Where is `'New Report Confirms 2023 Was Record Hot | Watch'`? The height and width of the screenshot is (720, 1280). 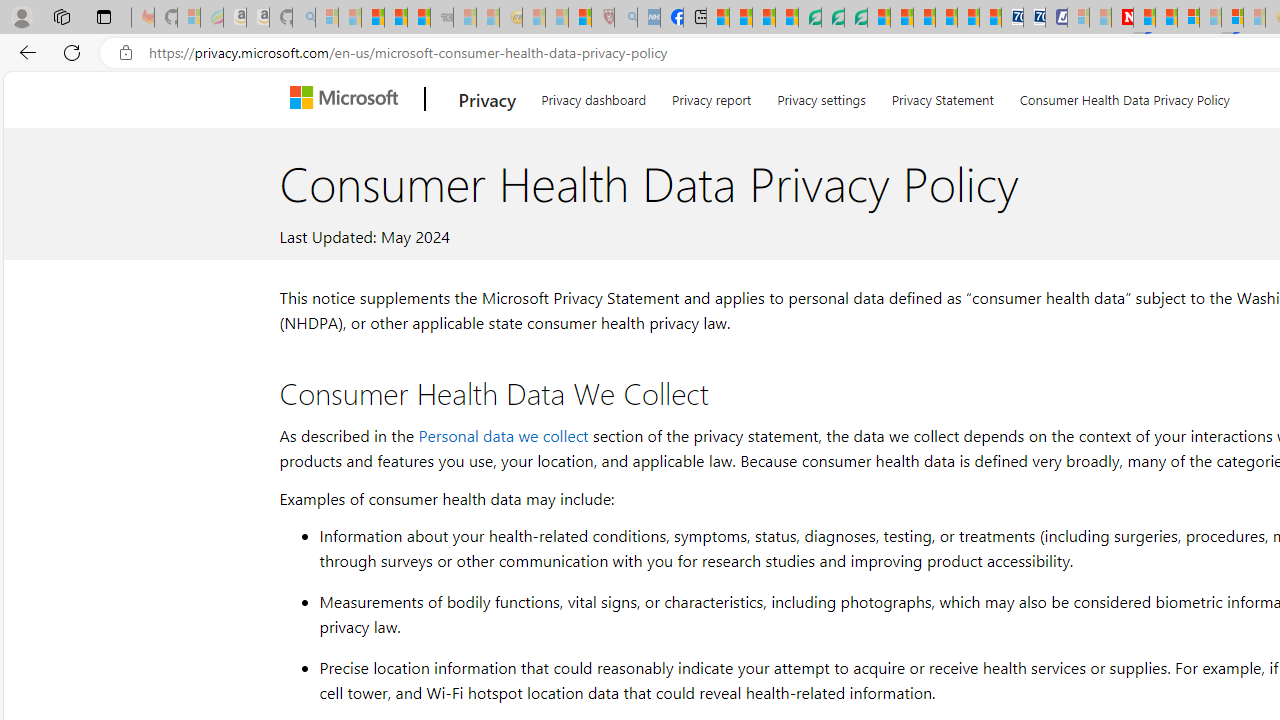 'New Report Confirms 2023 Was Record Hot | Watch' is located at coordinates (418, 17).